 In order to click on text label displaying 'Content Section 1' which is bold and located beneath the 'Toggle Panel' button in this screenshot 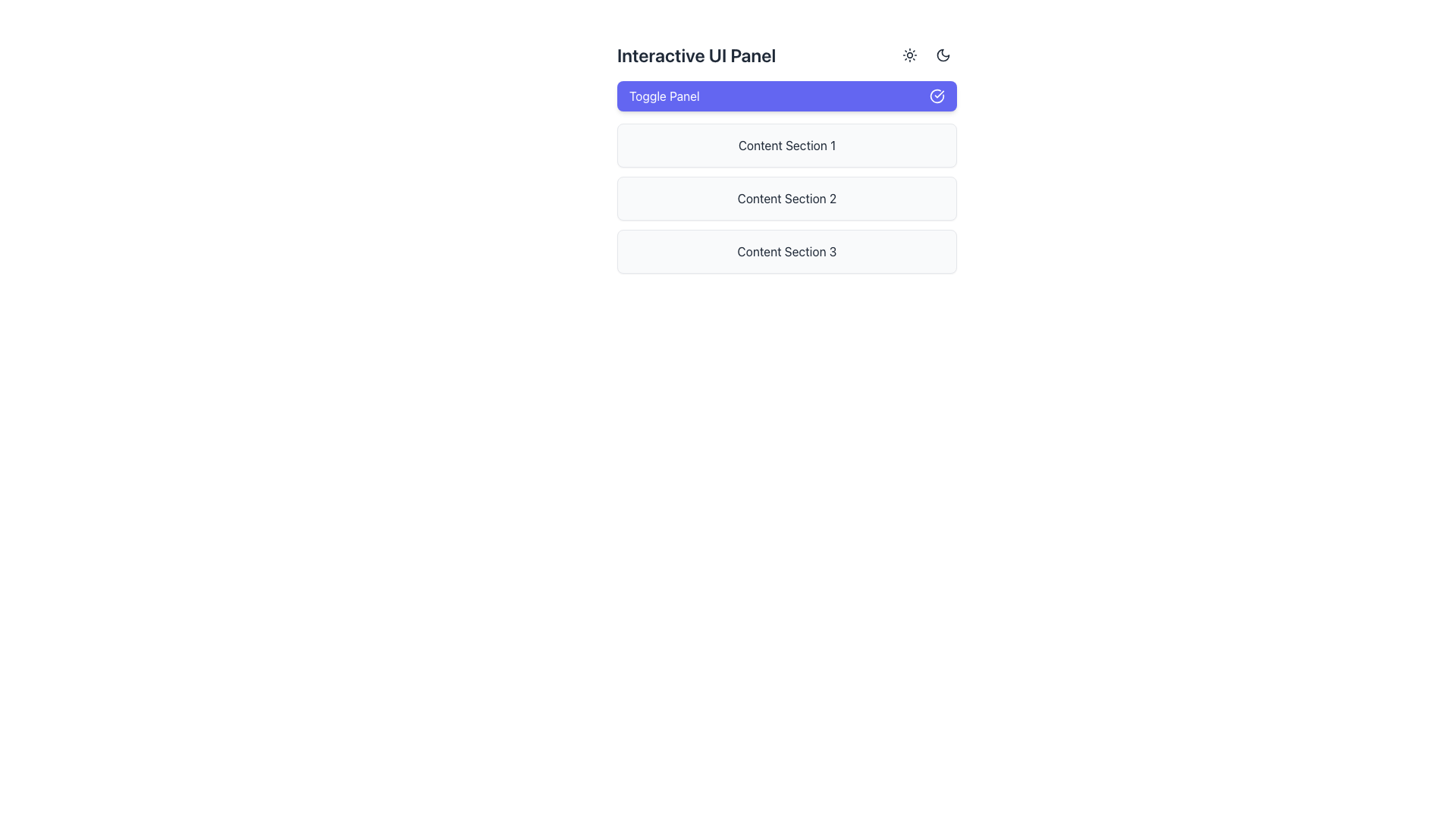, I will do `click(786, 146)`.